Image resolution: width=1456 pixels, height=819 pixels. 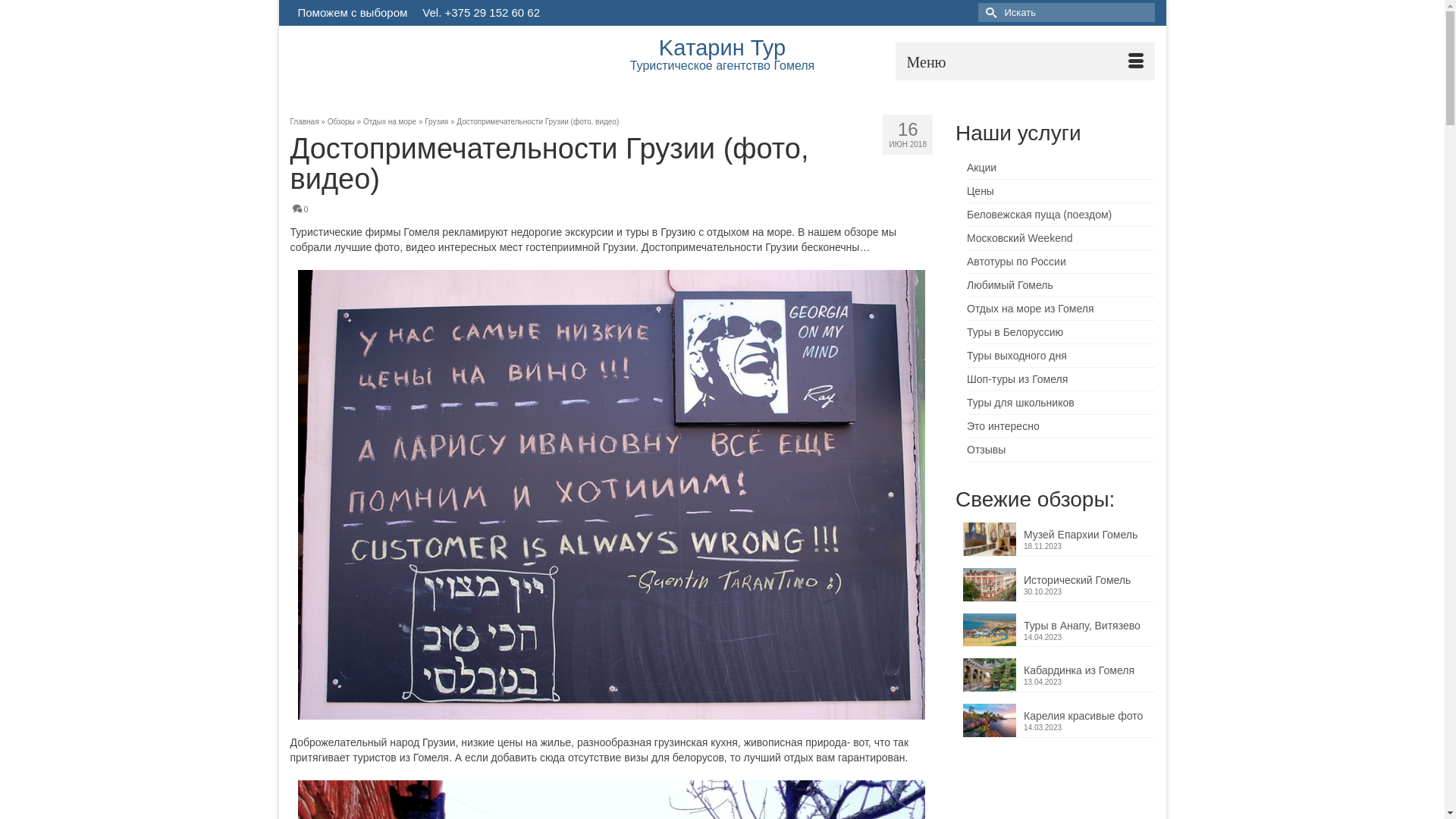 I want to click on '0', so click(x=300, y=209).